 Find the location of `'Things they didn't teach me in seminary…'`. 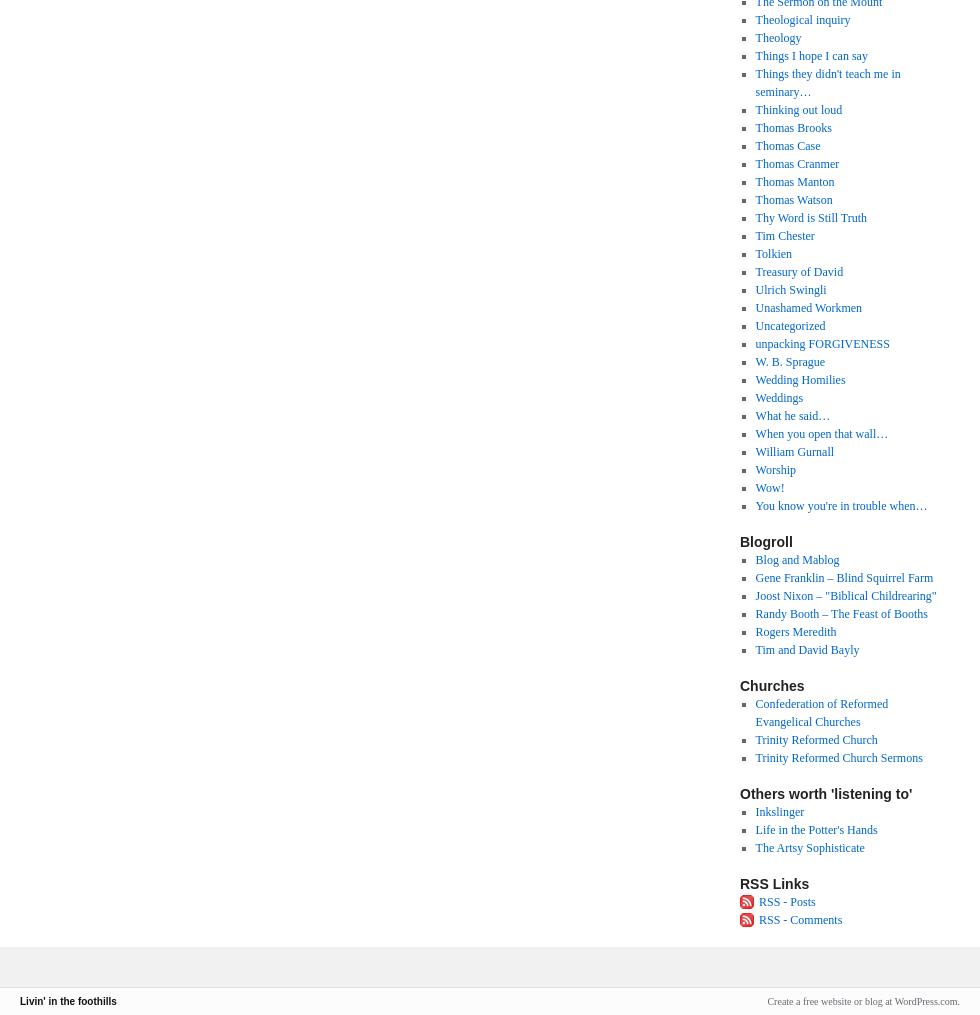

'Things they didn't teach me in seminary…' is located at coordinates (827, 83).